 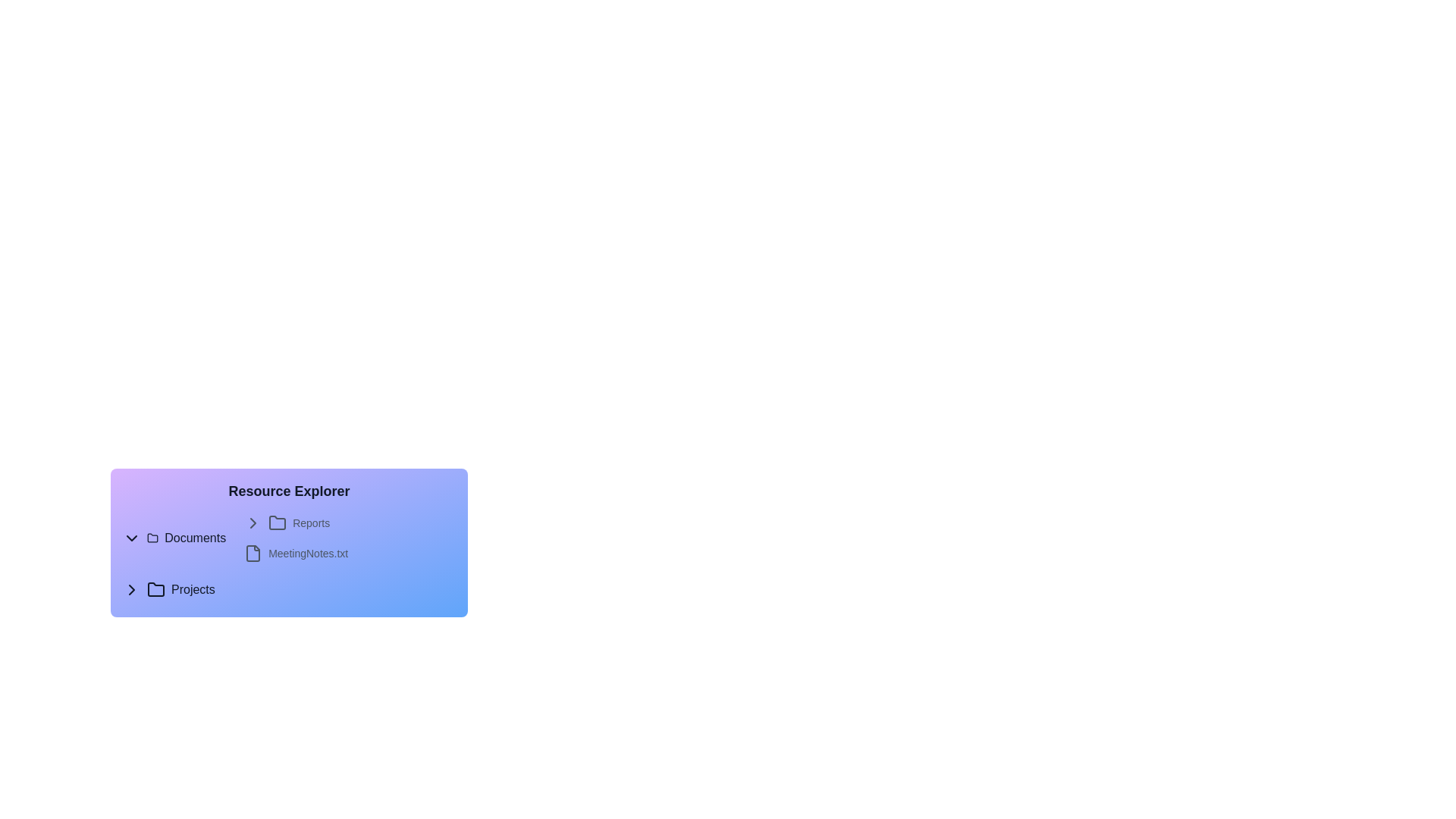 I want to click on the folder icon located in the 'Resource Explorer' section, slightly to the left of the 'Projects' label, so click(x=156, y=588).